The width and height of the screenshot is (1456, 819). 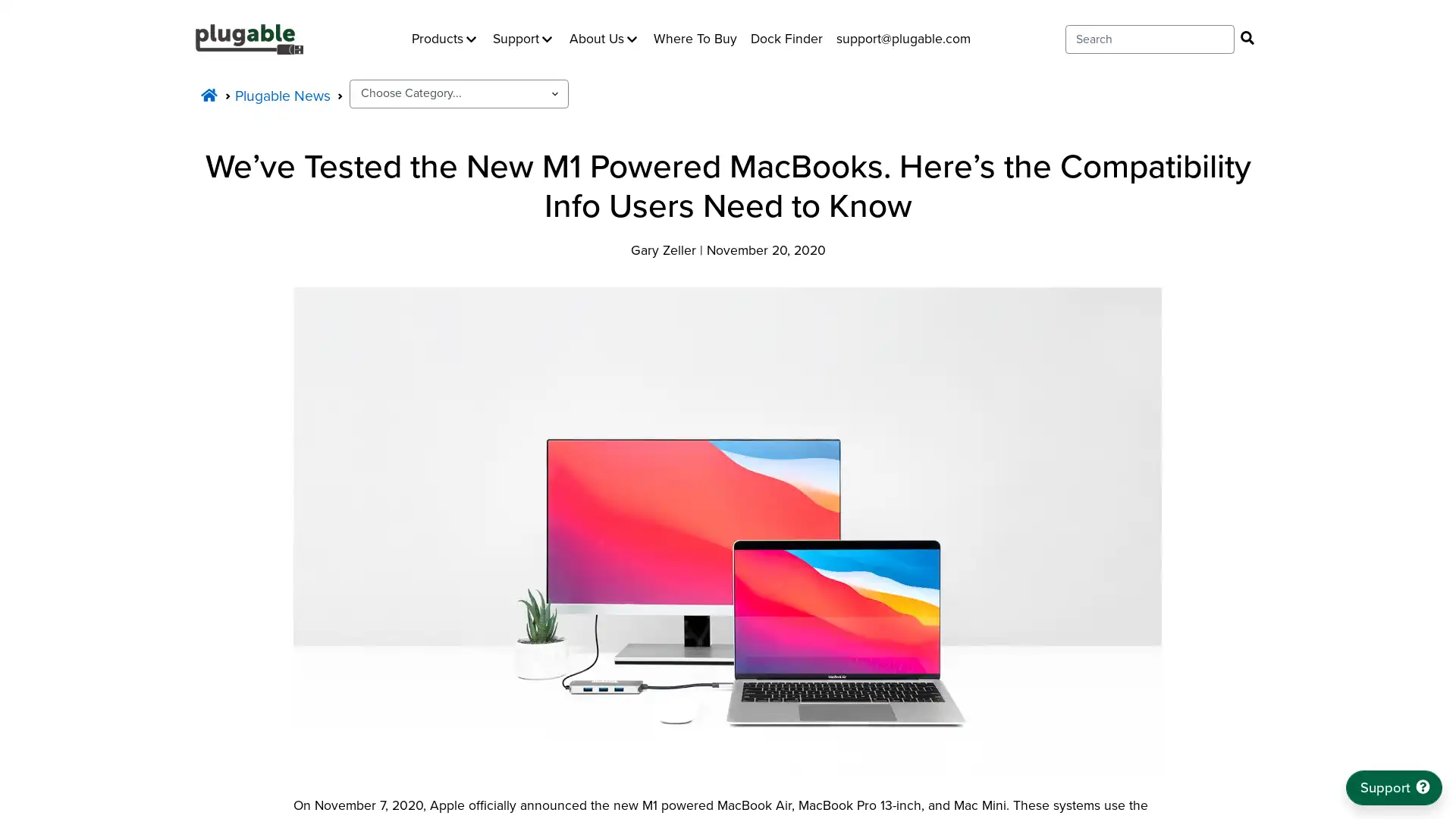 I want to click on Submit Search, so click(x=1247, y=37).